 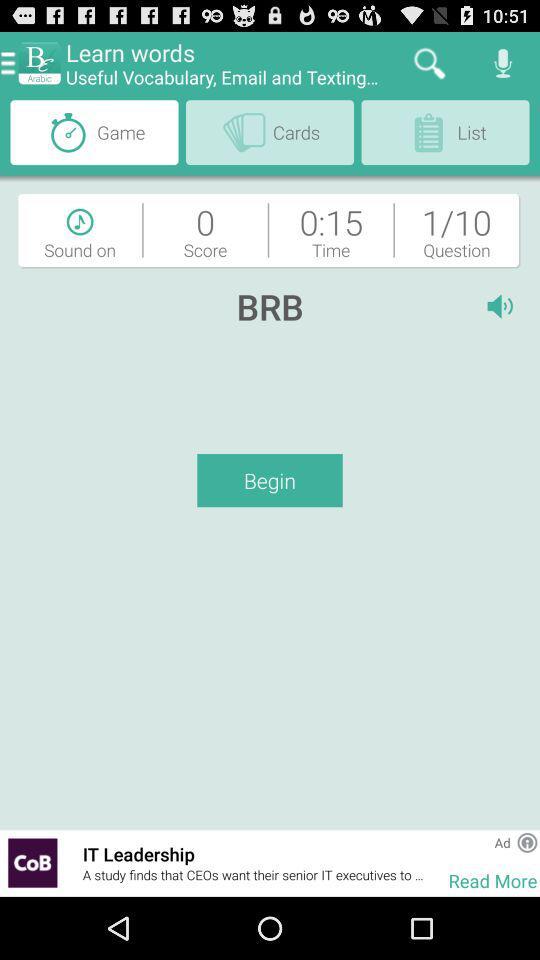 What do you see at coordinates (31, 862) in the screenshot?
I see `advertising` at bounding box center [31, 862].